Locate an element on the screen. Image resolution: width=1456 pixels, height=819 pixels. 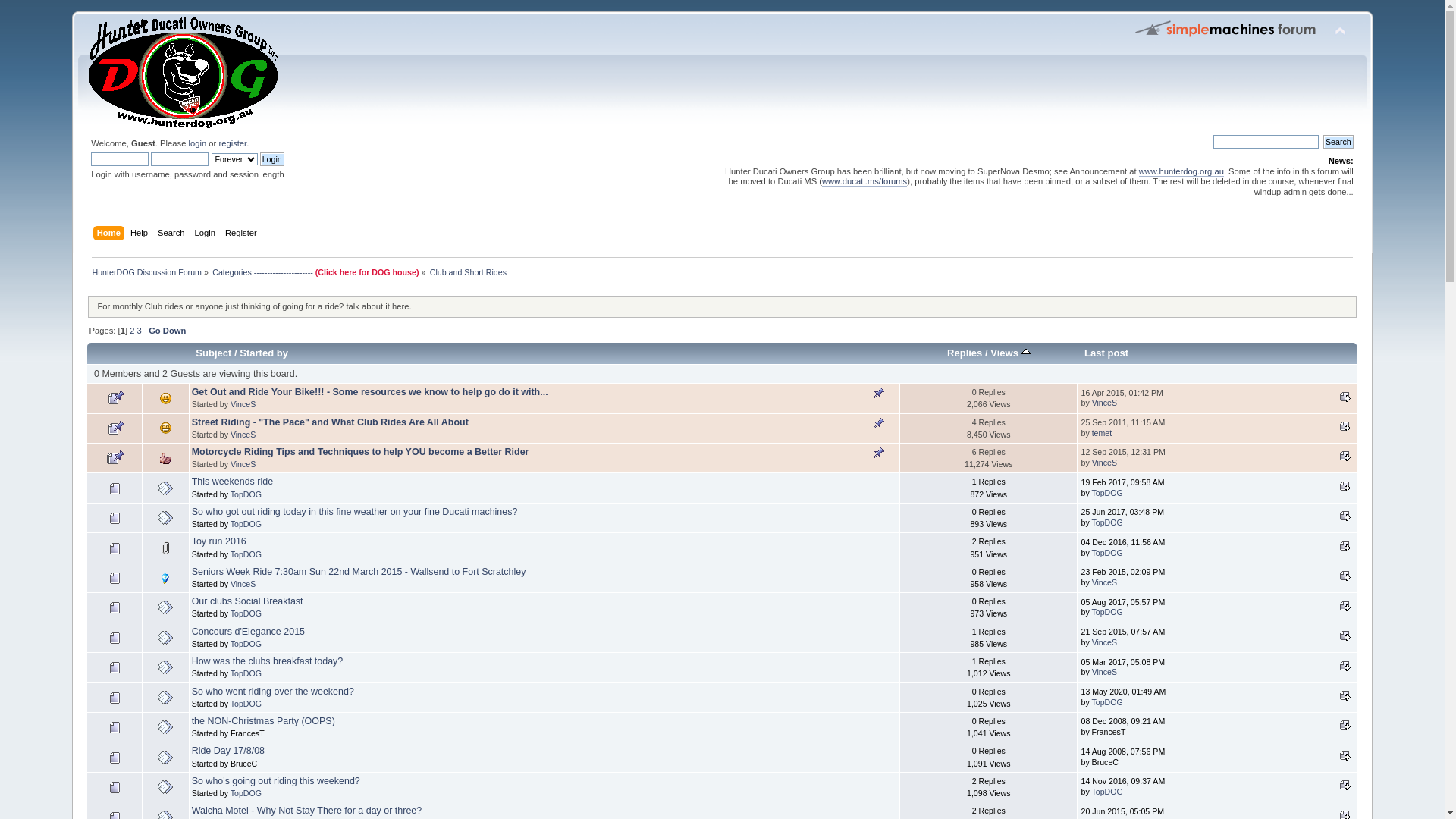
'Ride Day 17/8/08' is located at coordinates (227, 751).